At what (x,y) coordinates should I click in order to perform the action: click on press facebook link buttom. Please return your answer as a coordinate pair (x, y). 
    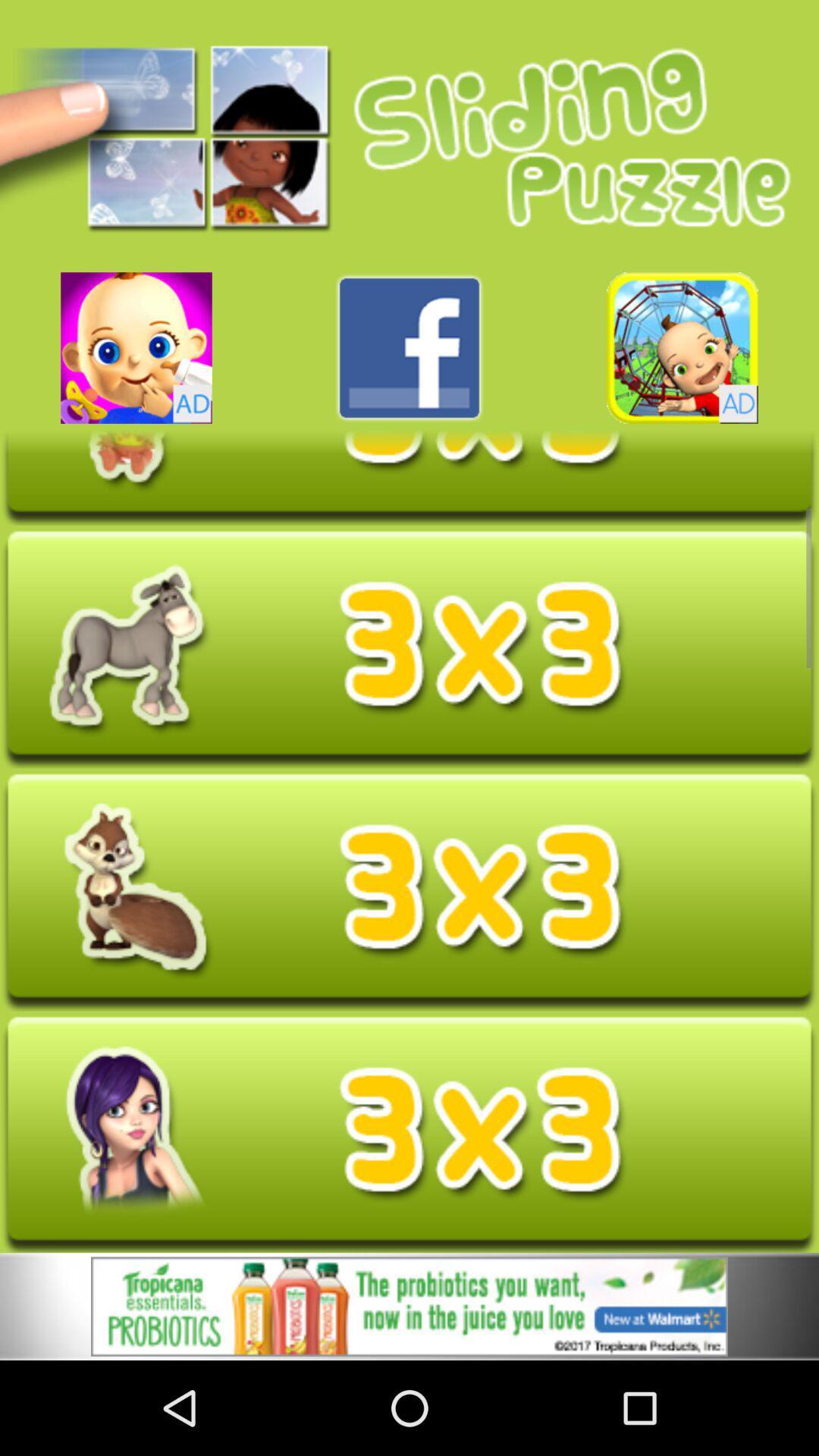
    Looking at the image, I should click on (409, 347).